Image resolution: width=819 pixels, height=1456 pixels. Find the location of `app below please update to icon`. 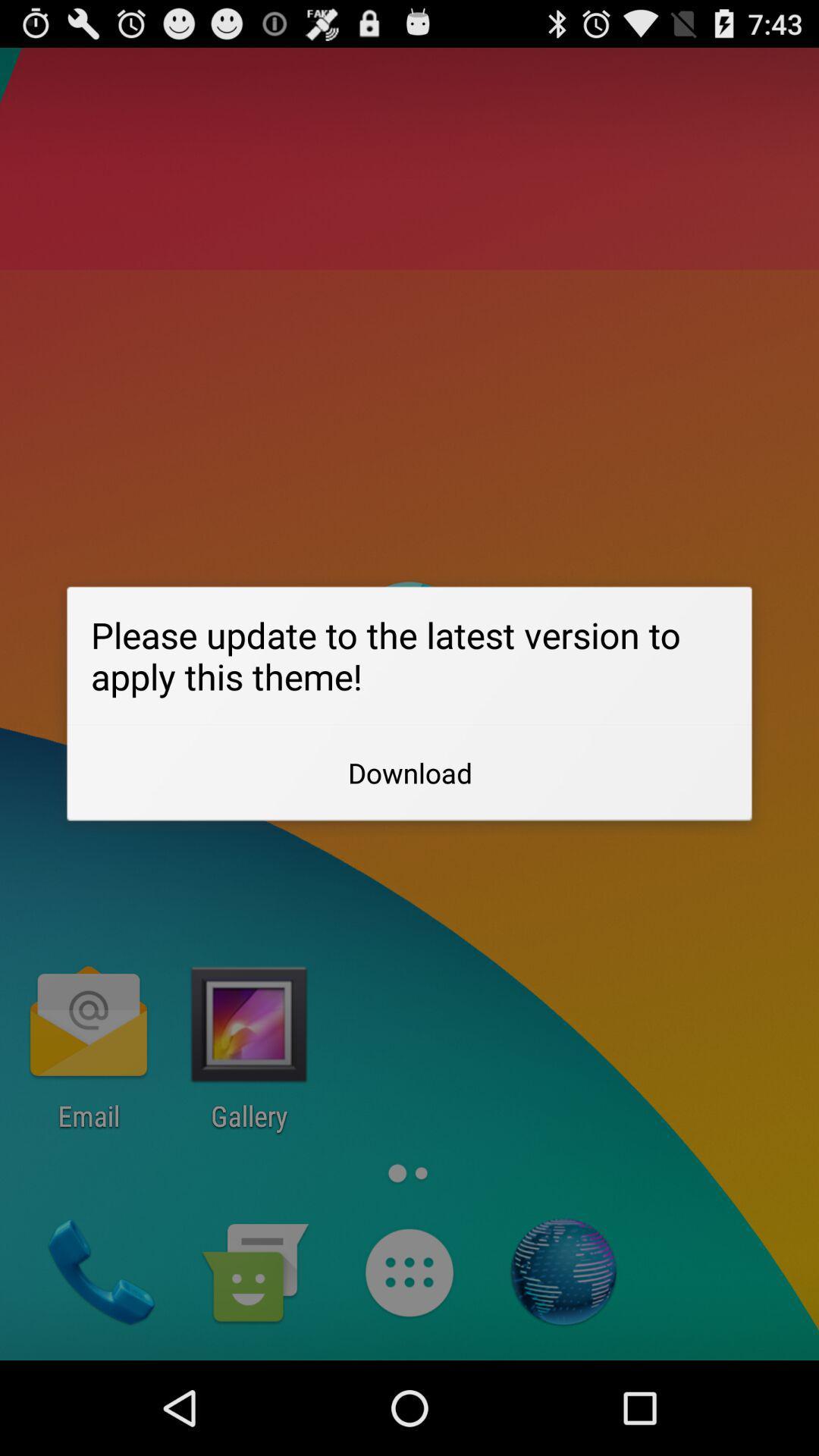

app below please update to icon is located at coordinates (409, 773).